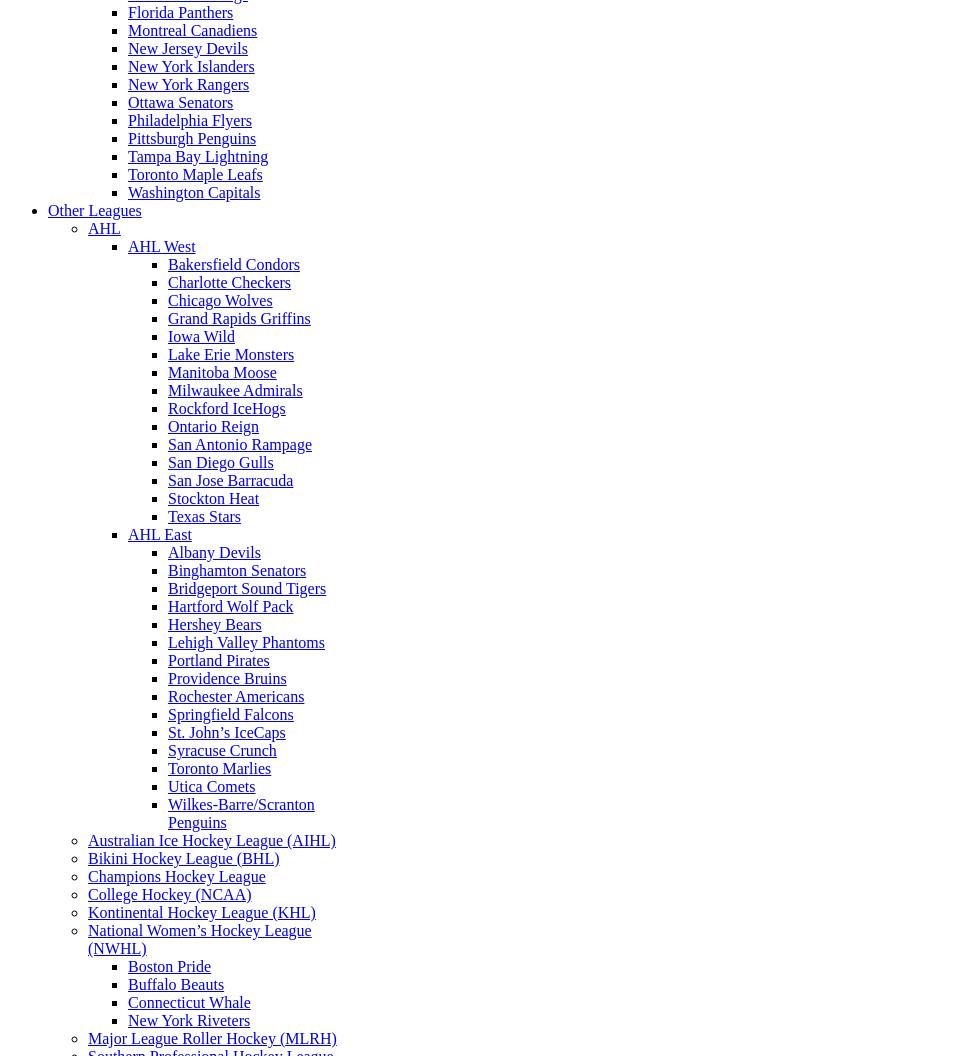 The width and height of the screenshot is (978, 1056). I want to click on 'New Jersey Devils', so click(128, 48).